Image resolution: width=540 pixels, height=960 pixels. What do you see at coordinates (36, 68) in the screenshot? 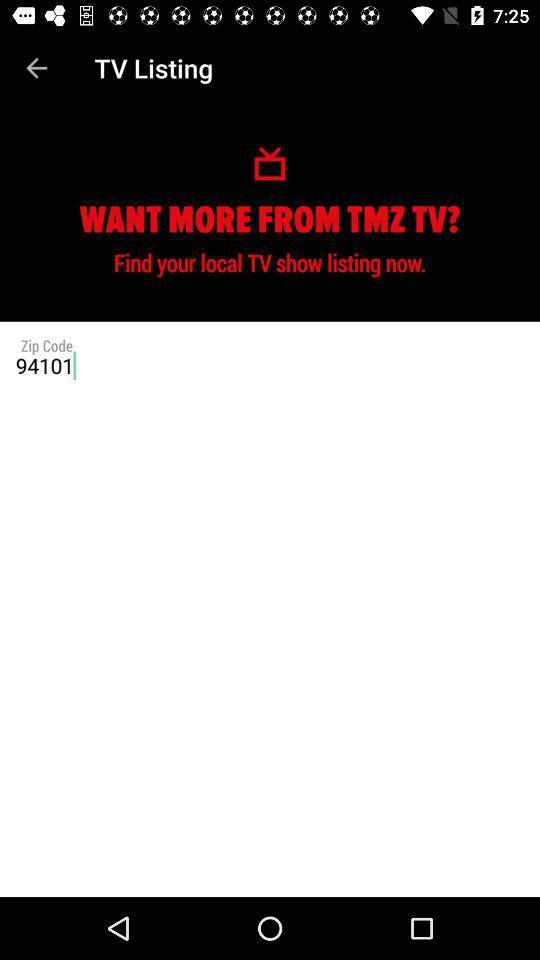
I see `icon to the left of the tv listing icon` at bounding box center [36, 68].